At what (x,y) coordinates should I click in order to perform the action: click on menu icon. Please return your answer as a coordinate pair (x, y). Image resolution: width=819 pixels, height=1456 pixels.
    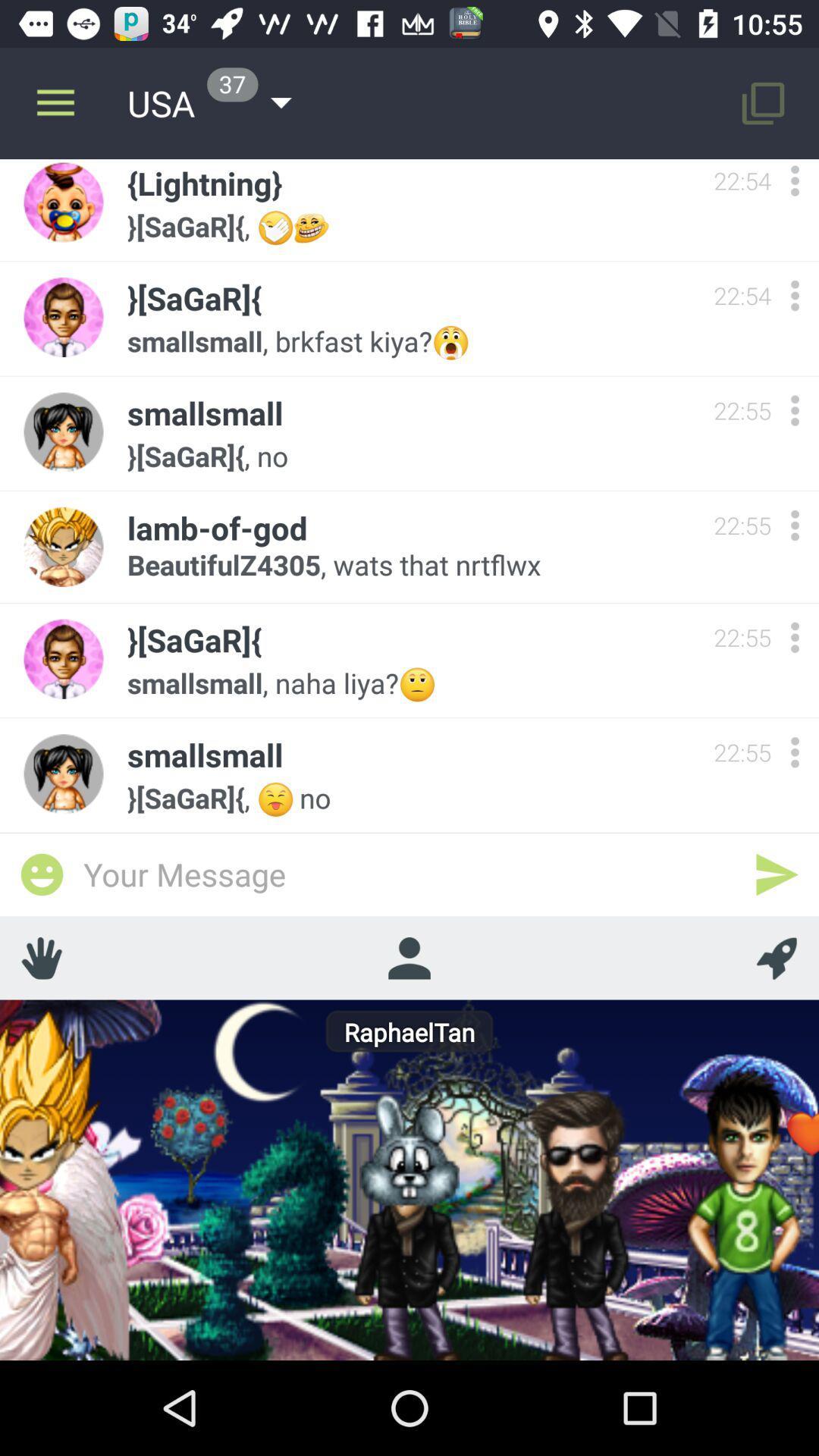
    Looking at the image, I should click on (794, 410).